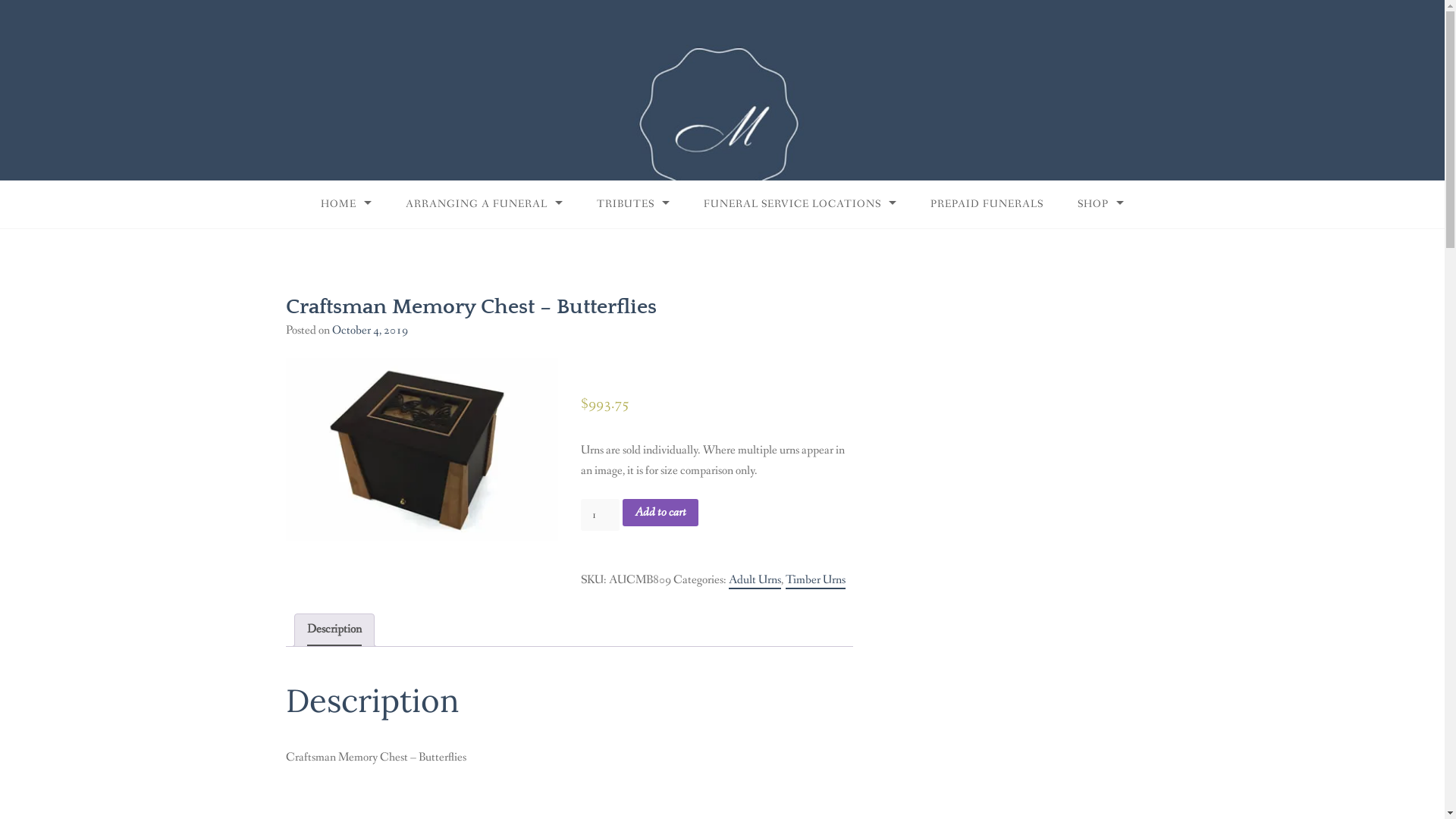  What do you see at coordinates (370, 329) in the screenshot?
I see `'October 4, 2019'` at bounding box center [370, 329].